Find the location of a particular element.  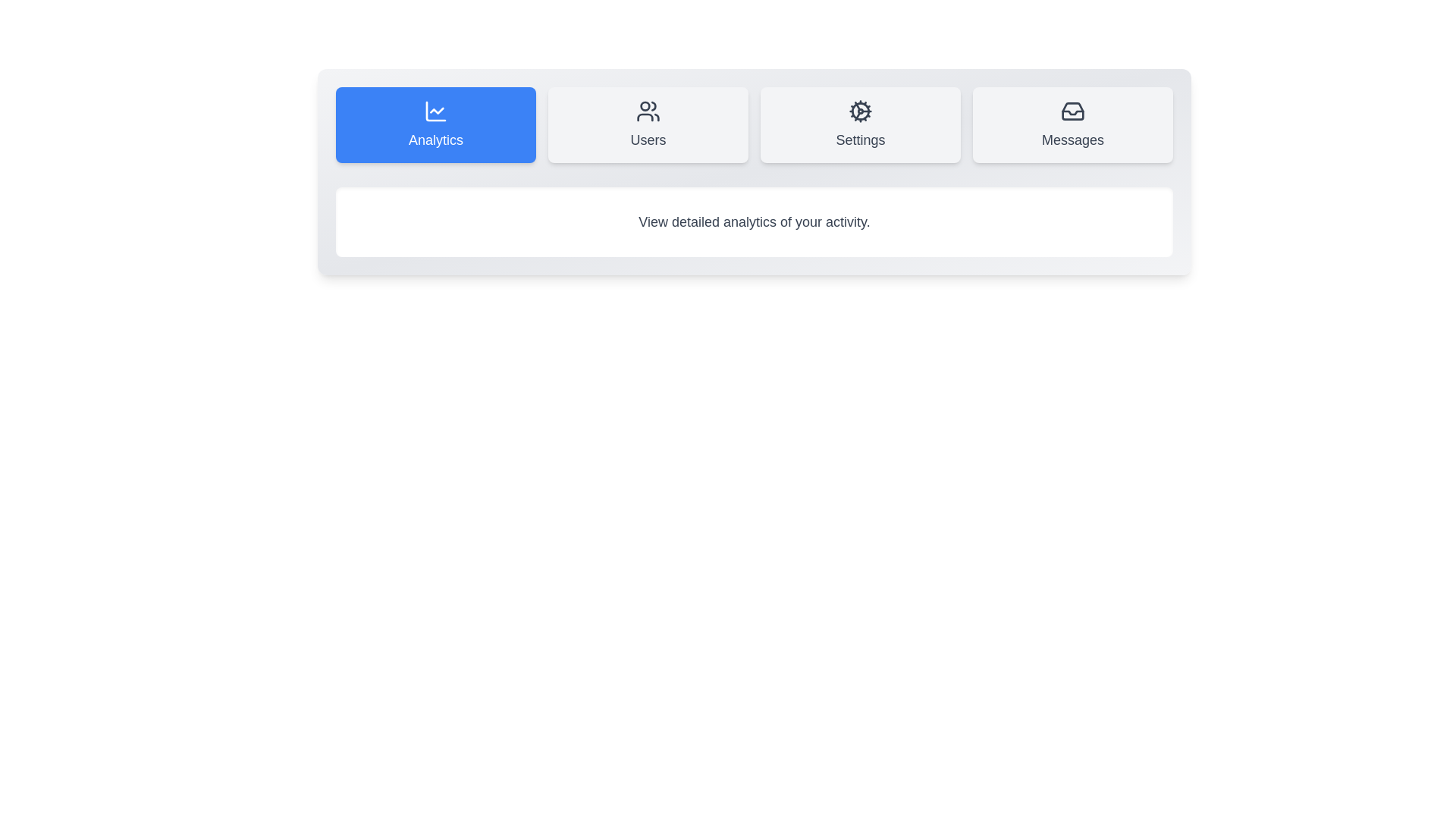

the Messages tab to switch the active section is located at coordinates (1072, 124).